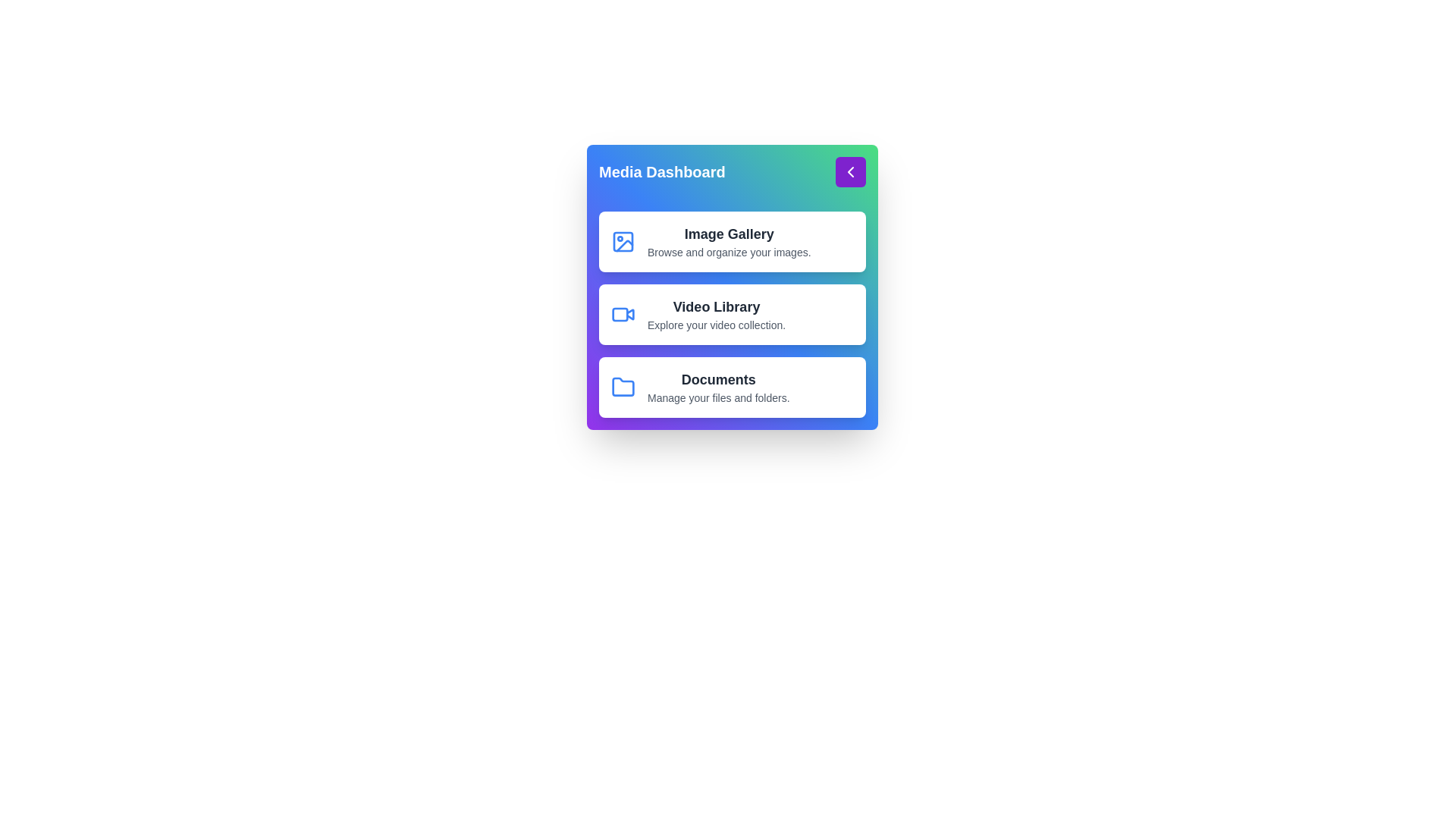 This screenshot has height=819, width=1456. What do you see at coordinates (851, 171) in the screenshot?
I see `the arrow button to toggle the menu visibility` at bounding box center [851, 171].